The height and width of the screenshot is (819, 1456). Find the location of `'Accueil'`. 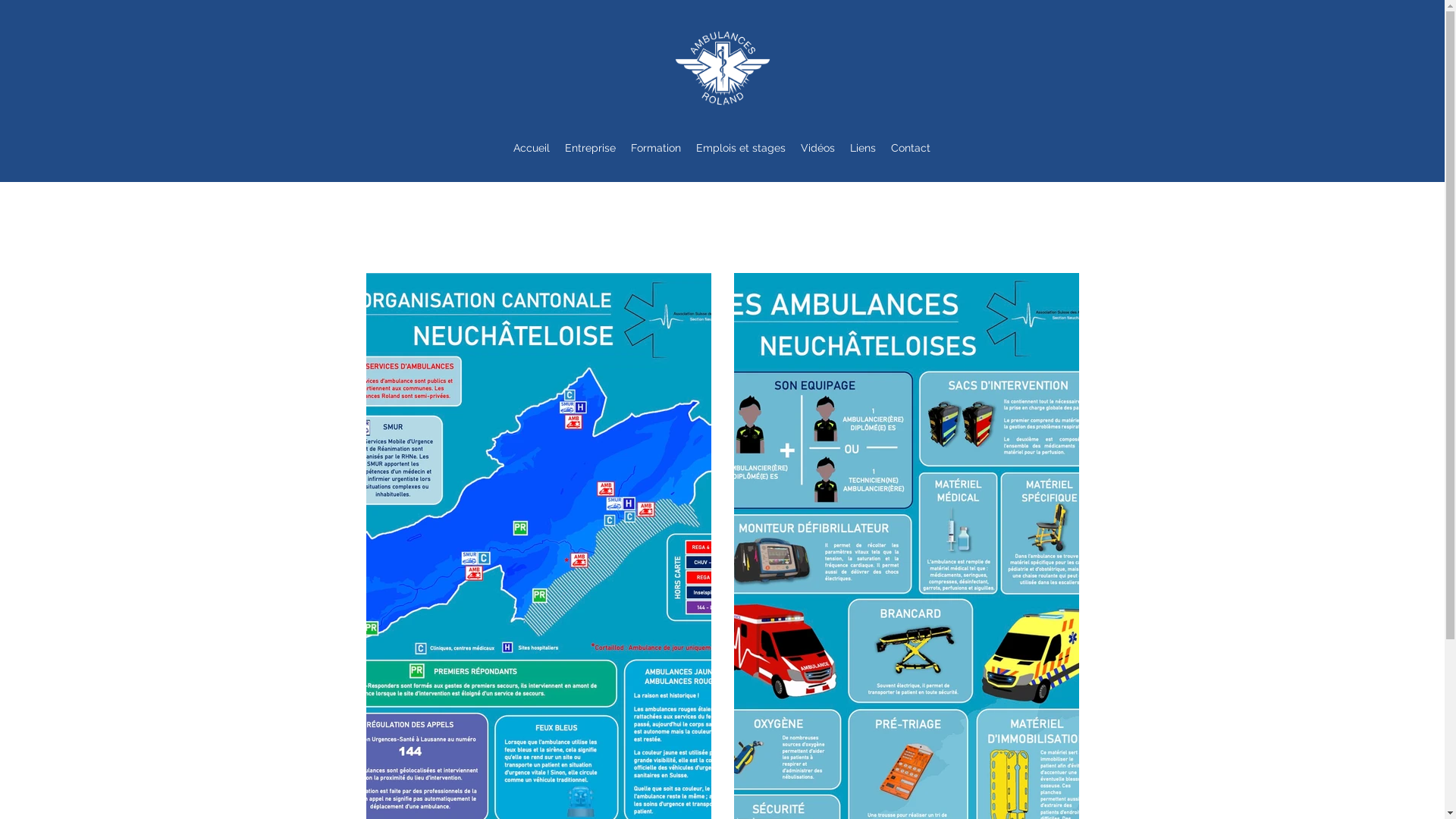

'Accueil' is located at coordinates (531, 148).